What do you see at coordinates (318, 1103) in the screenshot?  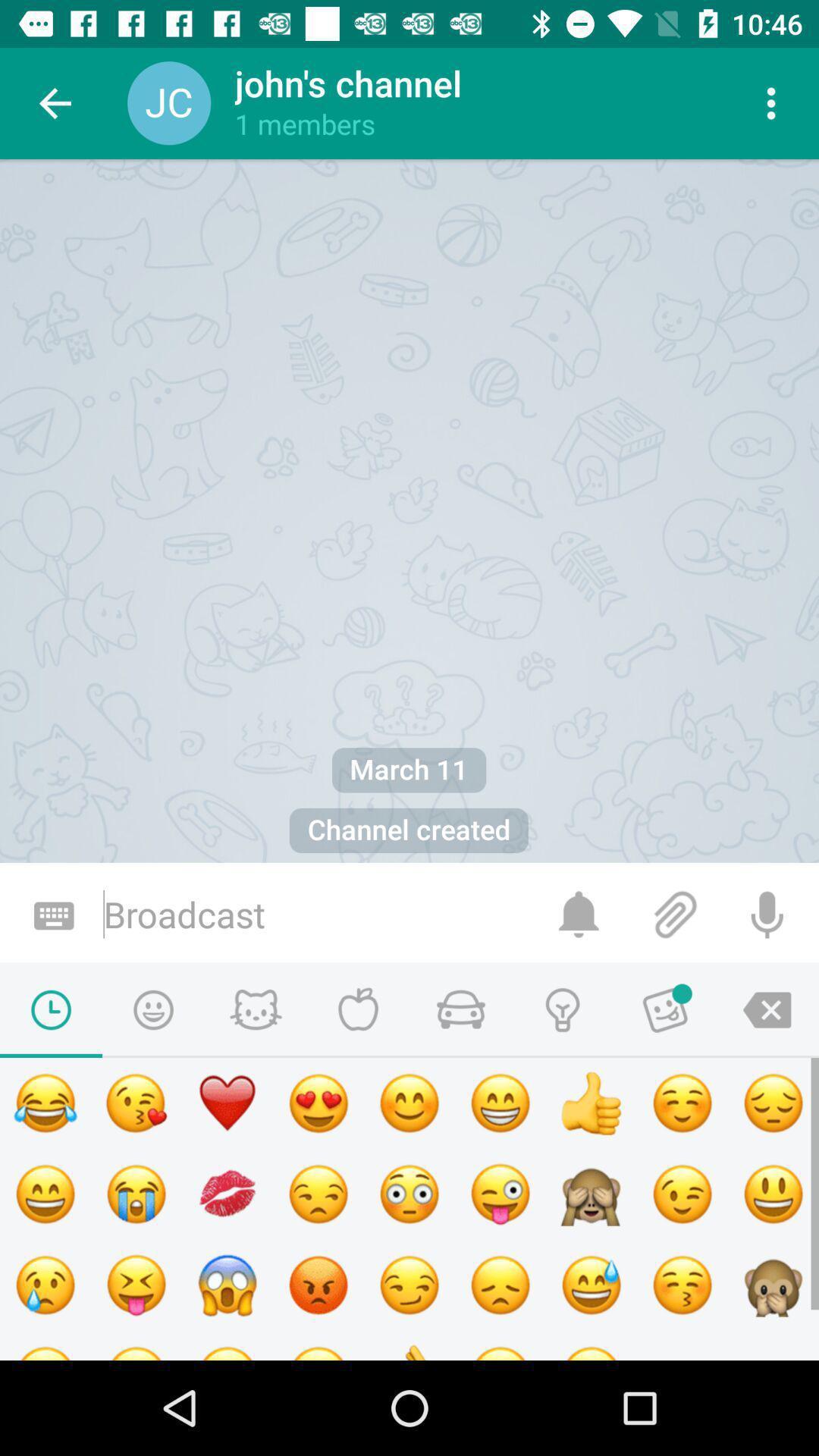 I see `the emoji icon` at bounding box center [318, 1103].